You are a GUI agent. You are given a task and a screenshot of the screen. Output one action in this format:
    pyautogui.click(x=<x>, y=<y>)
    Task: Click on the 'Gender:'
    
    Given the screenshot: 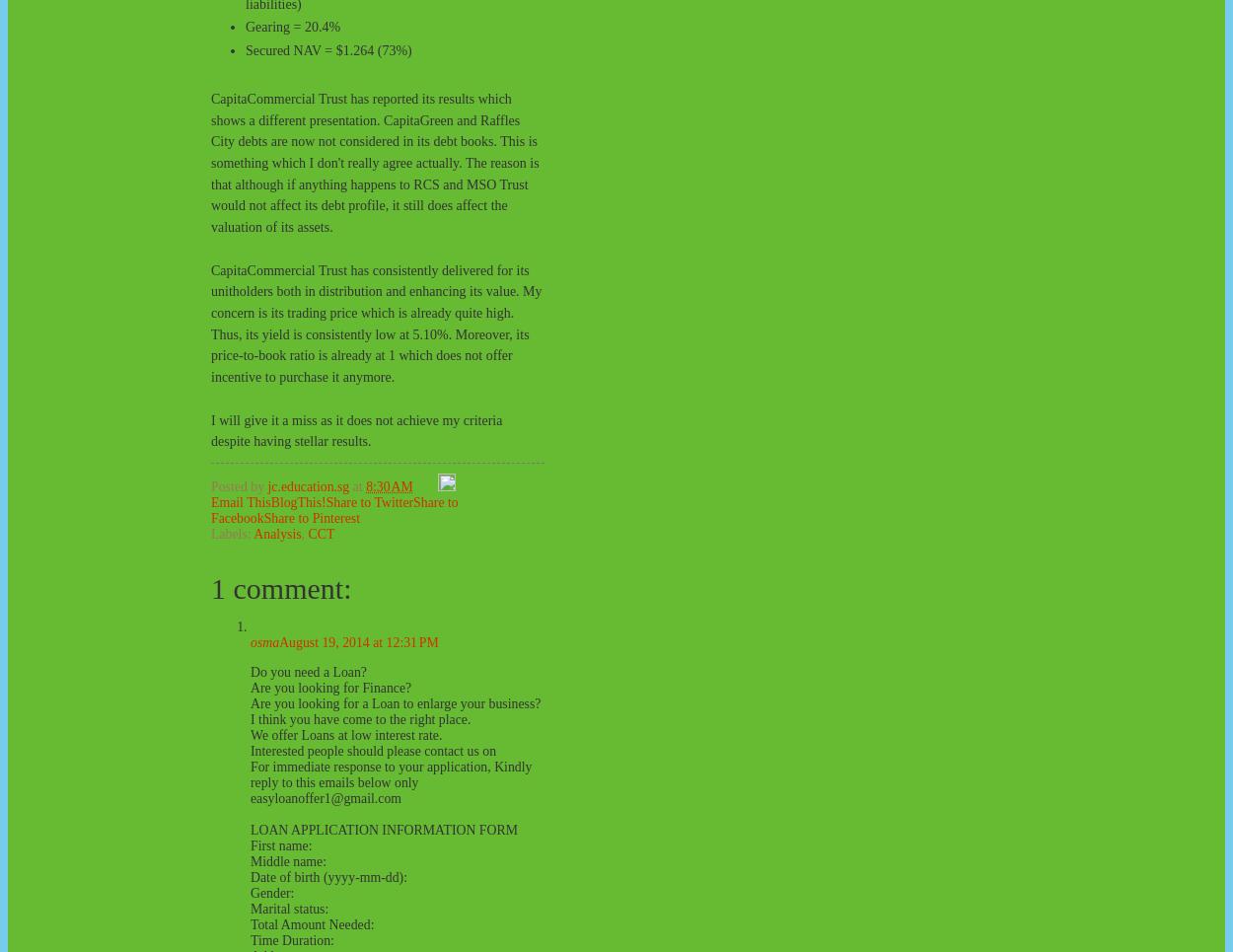 What is the action you would take?
    pyautogui.click(x=272, y=891)
    